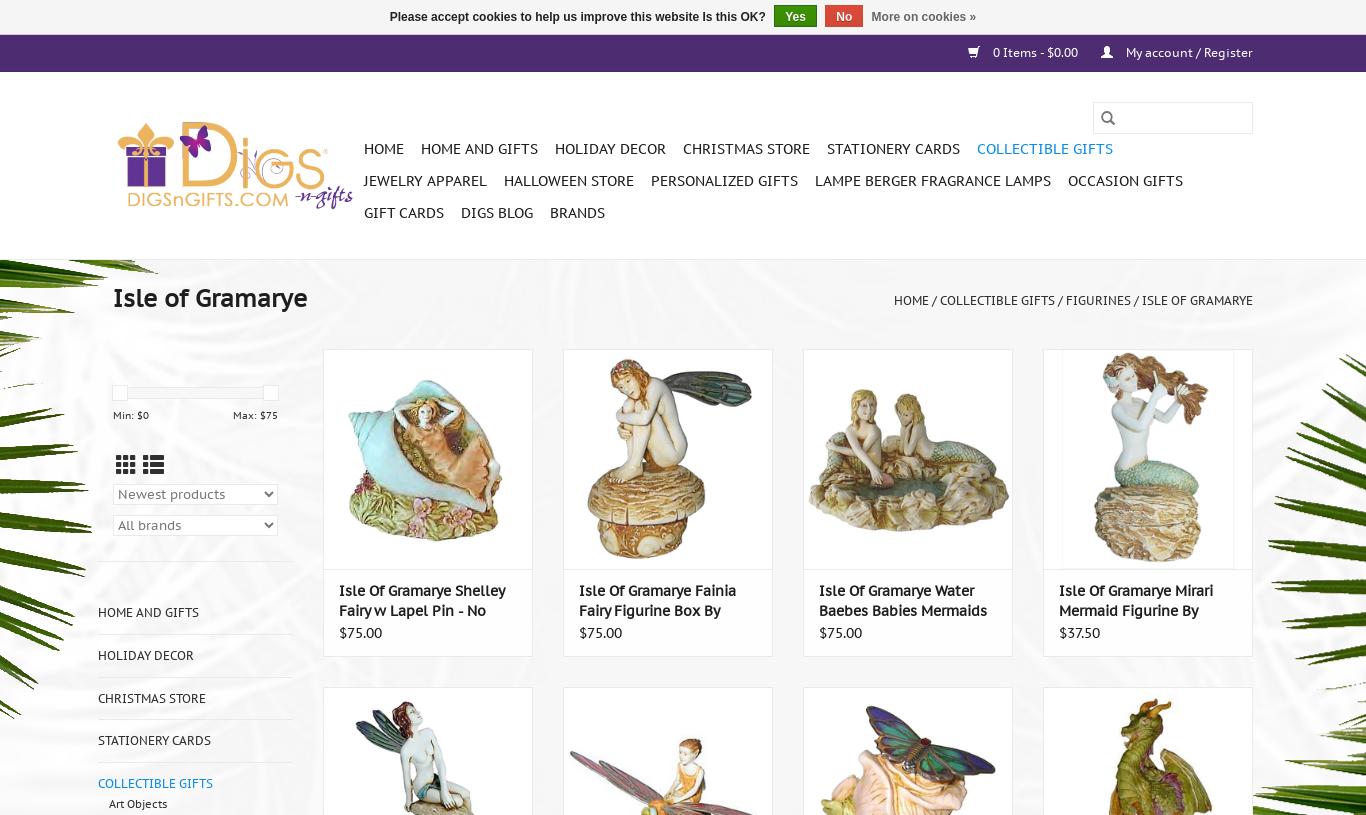 Image resolution: width=1366 pixels, height=815 pixels. I want to click on 'Halloween Store', so click(568, 181).